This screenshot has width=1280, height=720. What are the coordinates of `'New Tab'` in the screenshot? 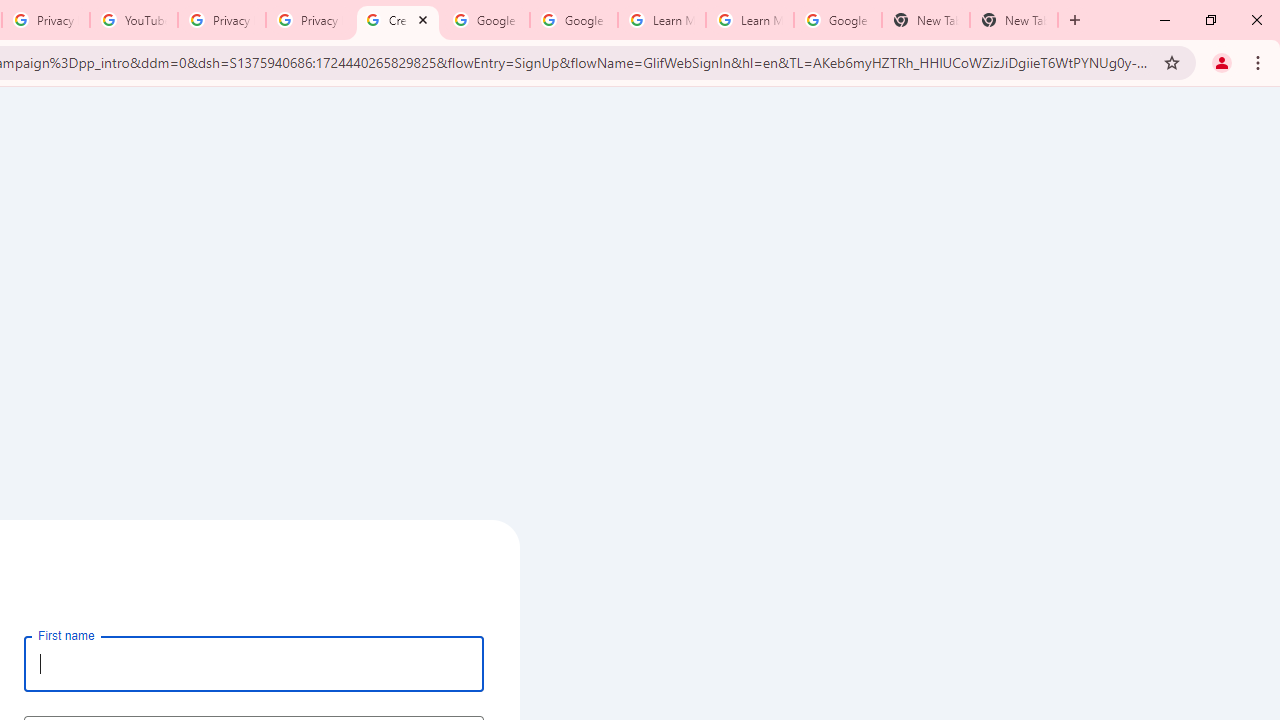 It's located at (1014, 20).